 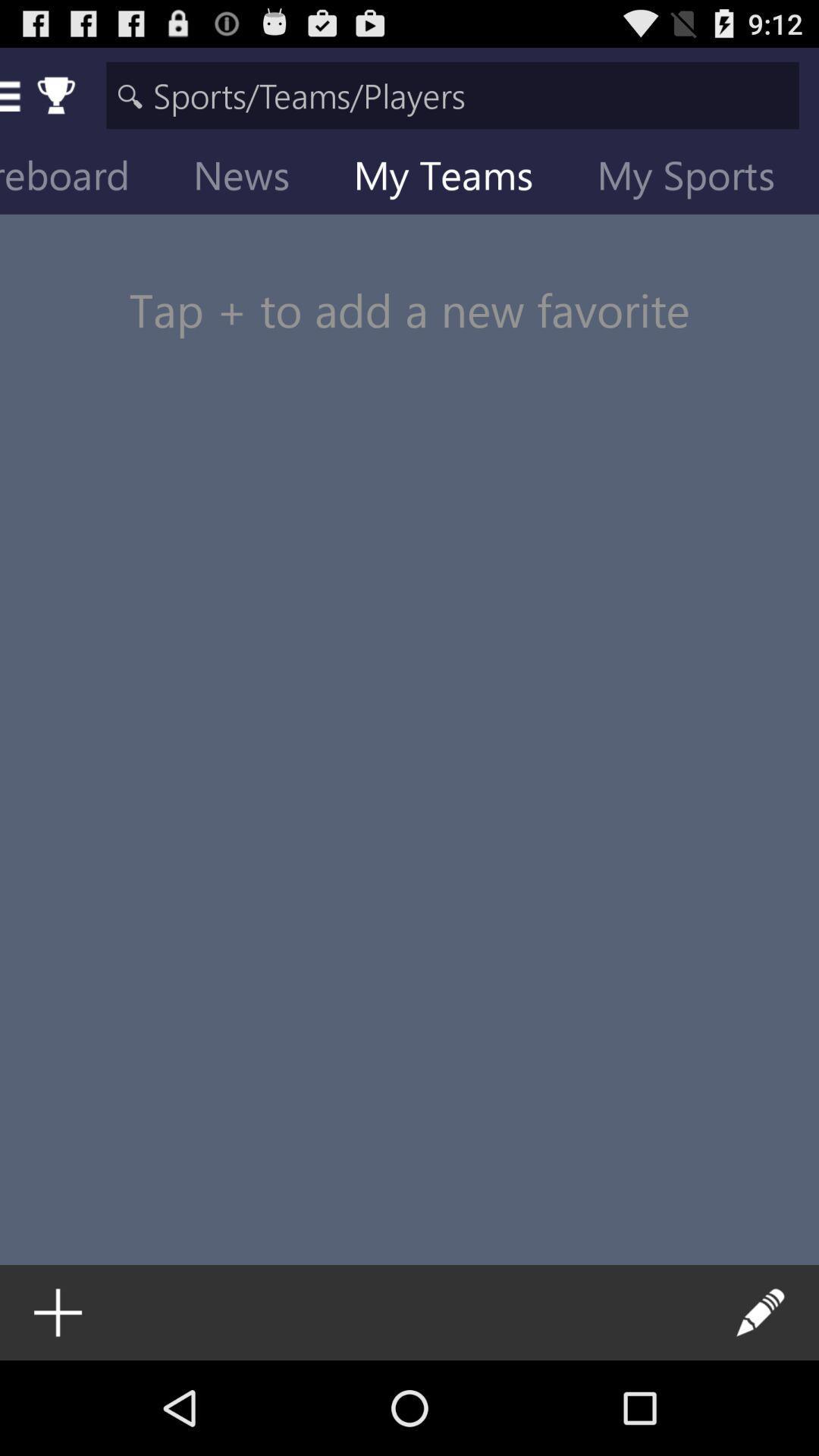 What do you see at coordinates (86, 178) in the screenshot?
I see `the icon next to the news icon` at bounding box center [86, 178].